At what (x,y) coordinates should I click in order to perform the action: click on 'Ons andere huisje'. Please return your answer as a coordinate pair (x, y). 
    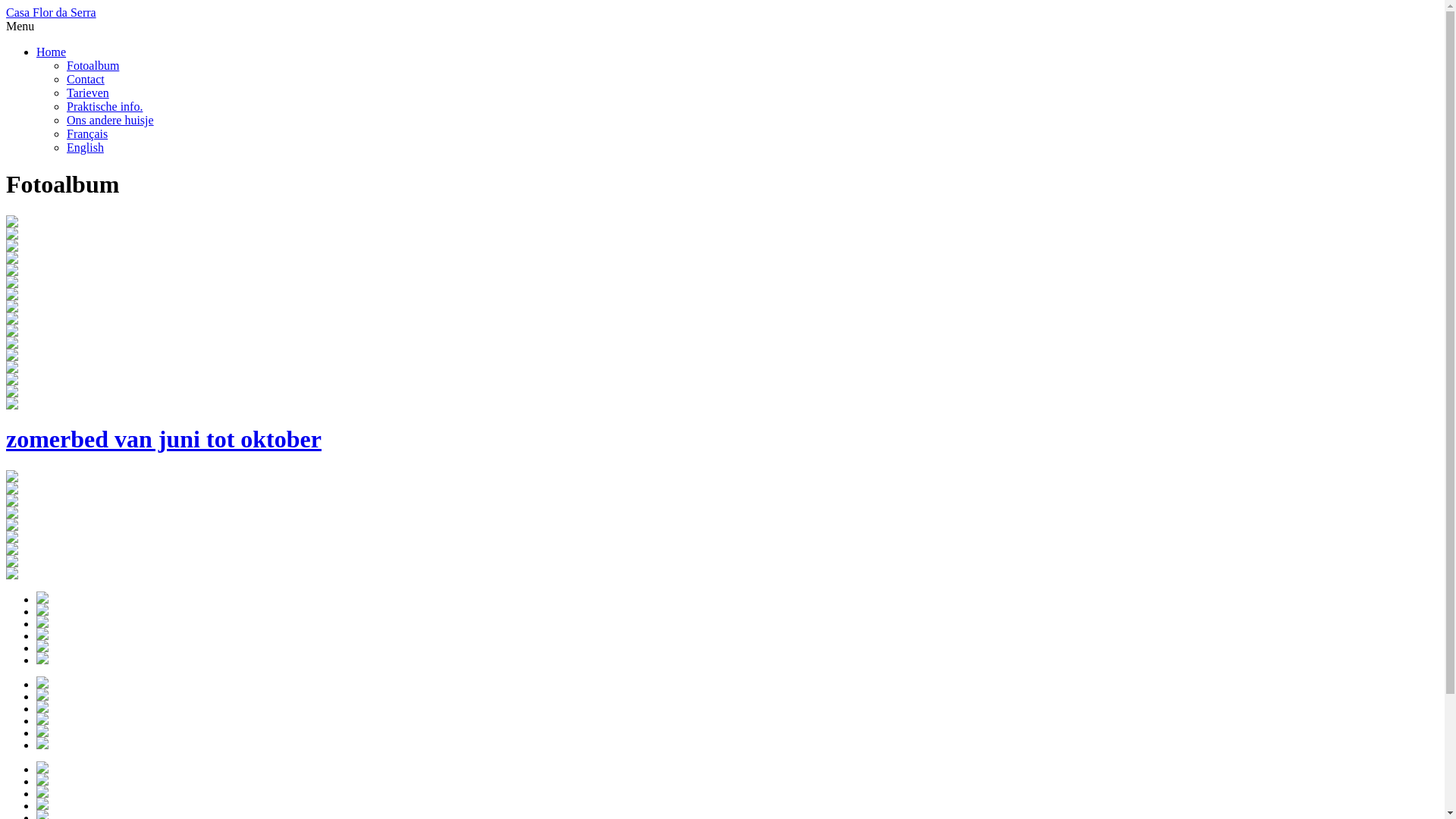
    Looking at the image, I should click on (65, 119).